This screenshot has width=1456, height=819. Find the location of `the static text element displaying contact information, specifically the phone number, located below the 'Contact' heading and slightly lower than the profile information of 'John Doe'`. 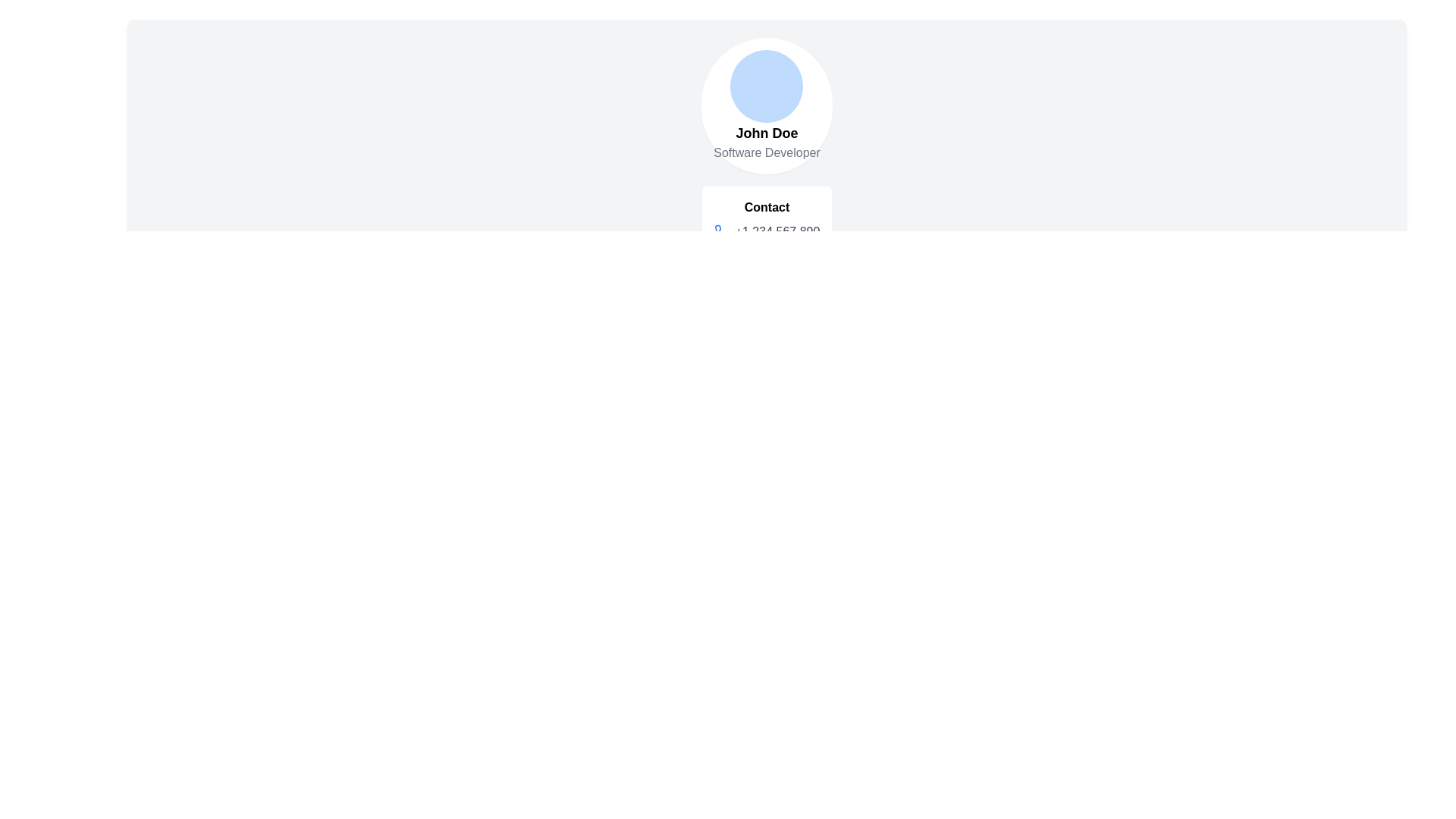

the static text element displaying contact information, specifically the phone number, located below the 'Contact' heading and slightly lower than the profile information of 'John Doe' is located at coordinates (777, 231).